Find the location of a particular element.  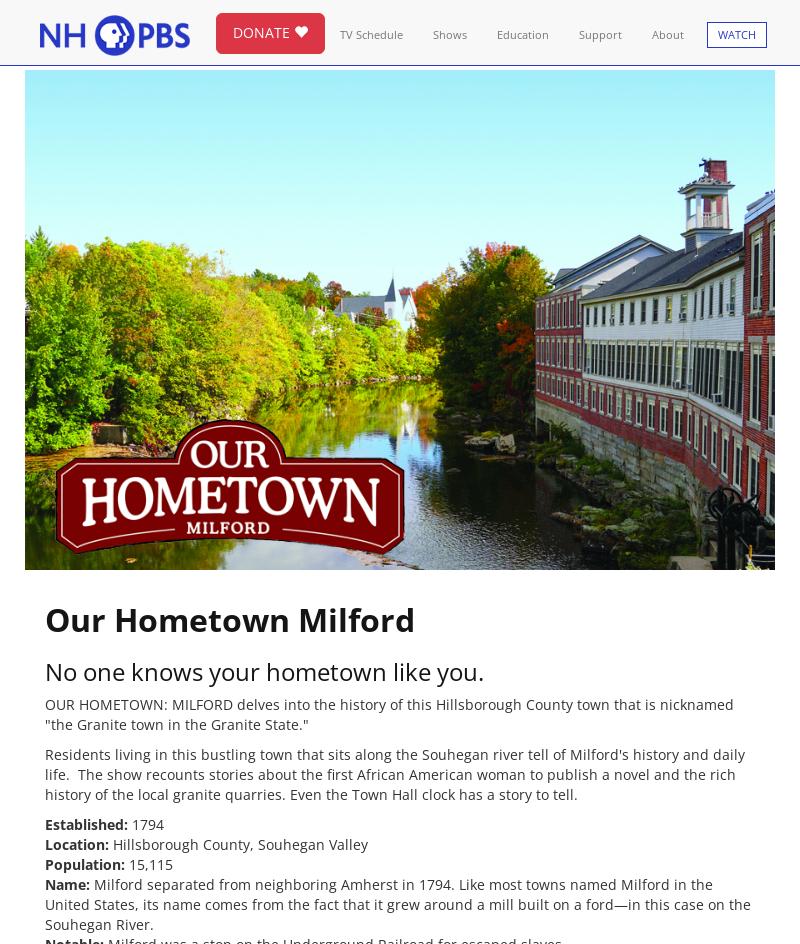

'Residents living in this bustling town that sits along the Souhegan river tell of Milford's history and daily life.  The show recounts stories about the first African American woman to publish a novel and the rich history of the local granite quarries. Even the Town Hall clock has a story to tell.' is located at coordinates (44, 772).